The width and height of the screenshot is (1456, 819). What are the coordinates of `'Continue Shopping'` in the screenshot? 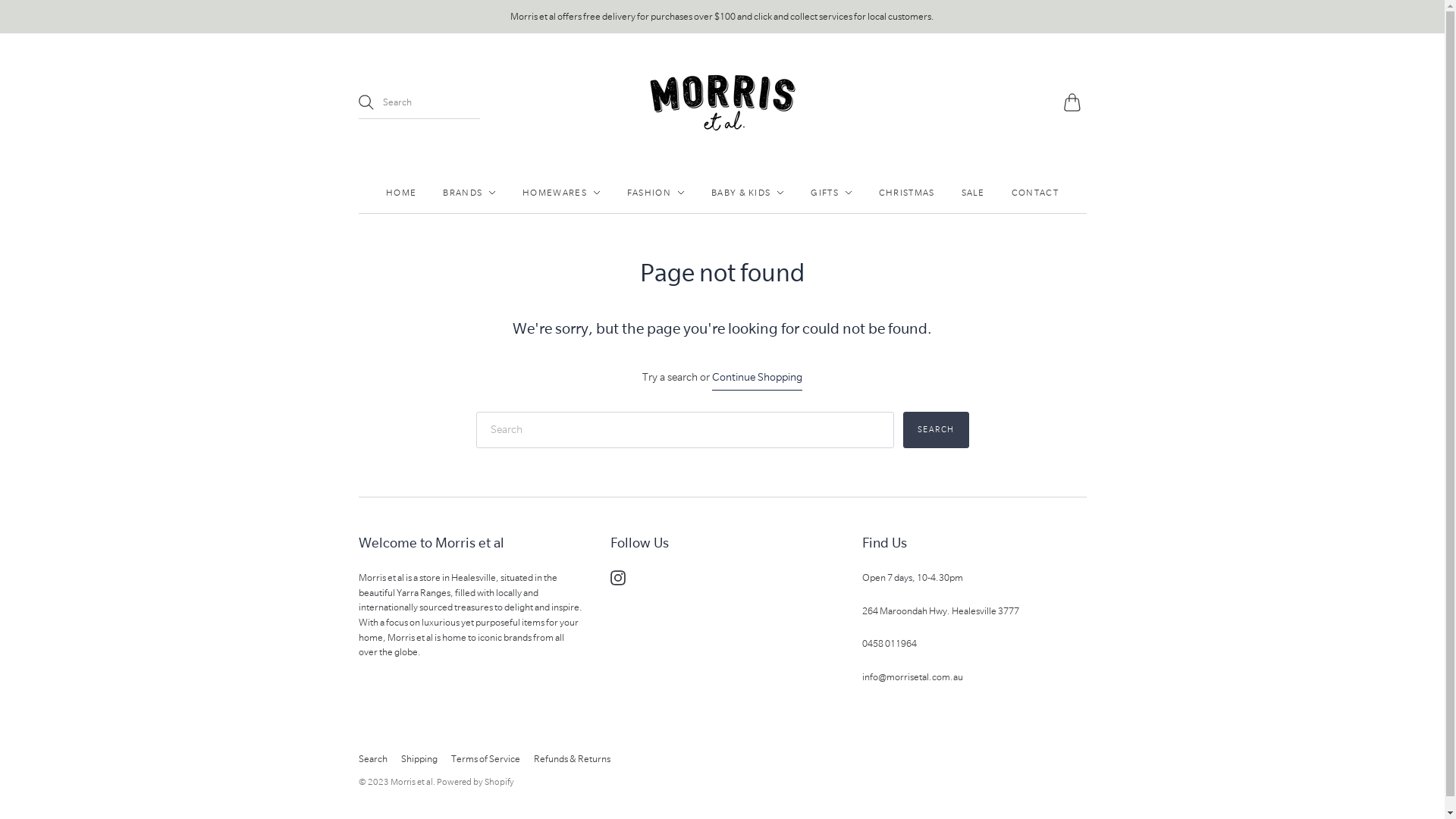 It's located at (757, 377).